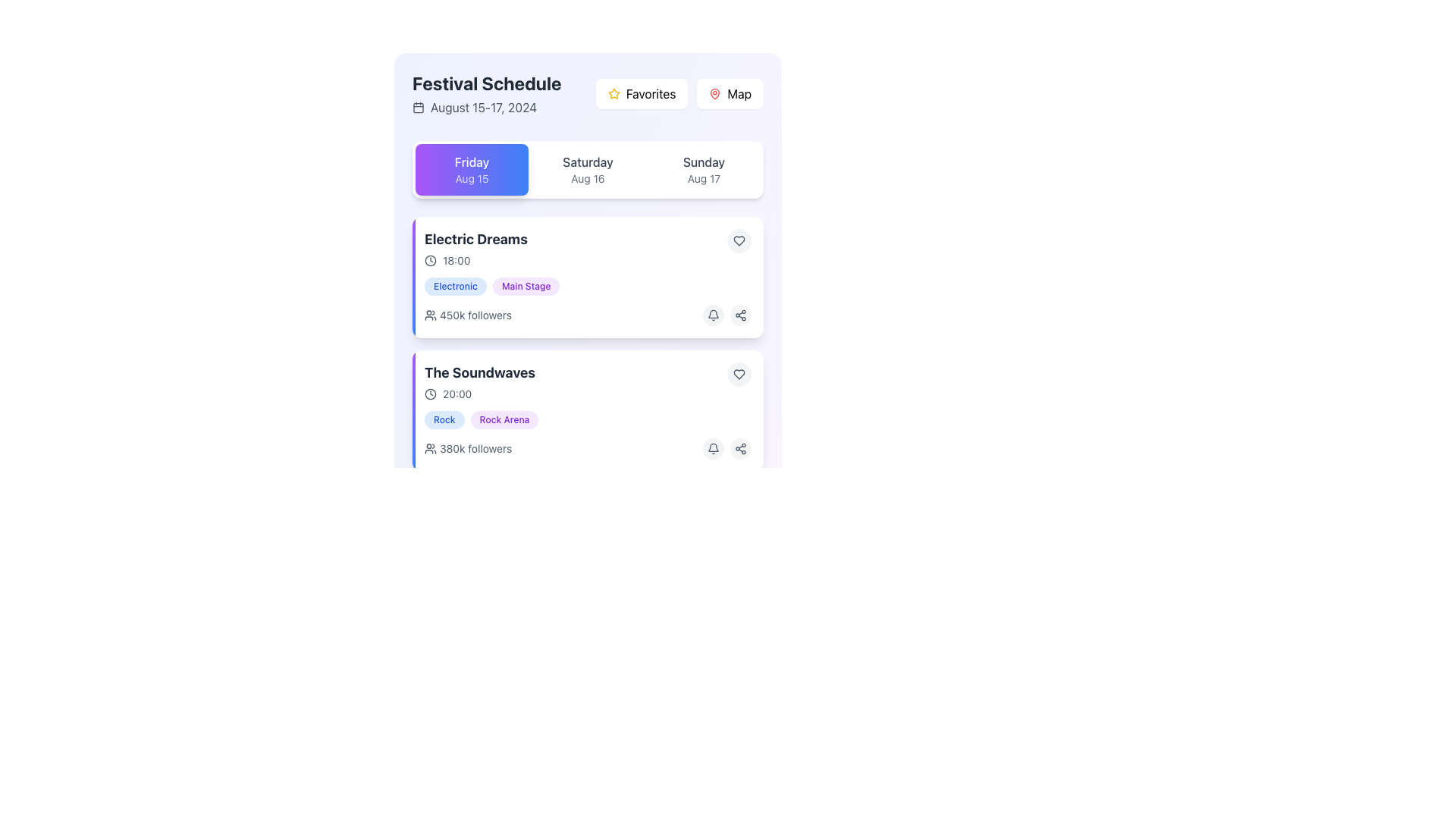  Describe the element at coordinates (642, 93) in the screenshot. I see `the 'Favorites' button located at the top-right area of the interface to observe visual feedback such as a shadow change` at that location.